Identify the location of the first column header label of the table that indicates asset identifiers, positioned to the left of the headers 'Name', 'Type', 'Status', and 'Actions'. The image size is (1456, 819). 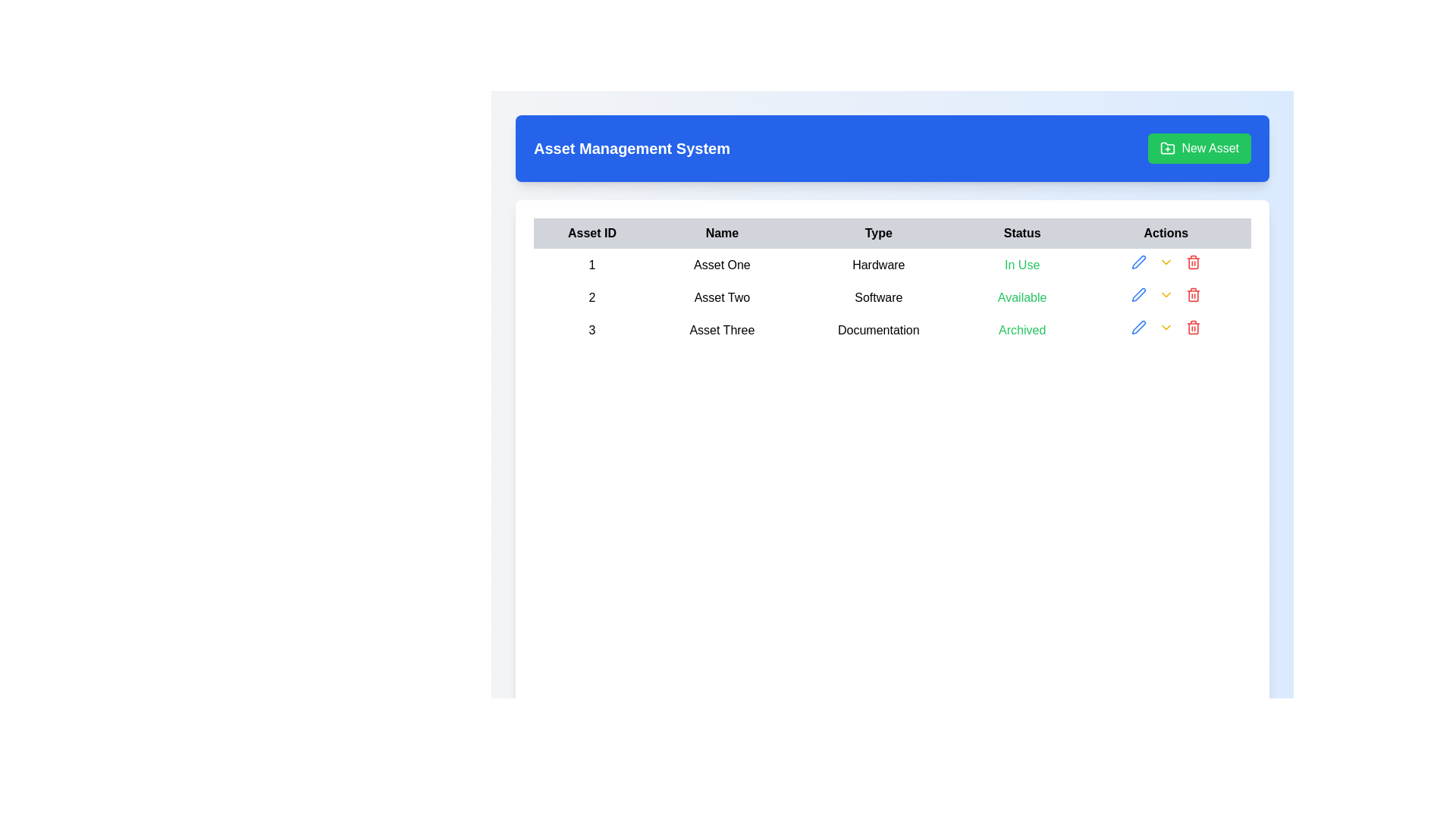
(591, 234).